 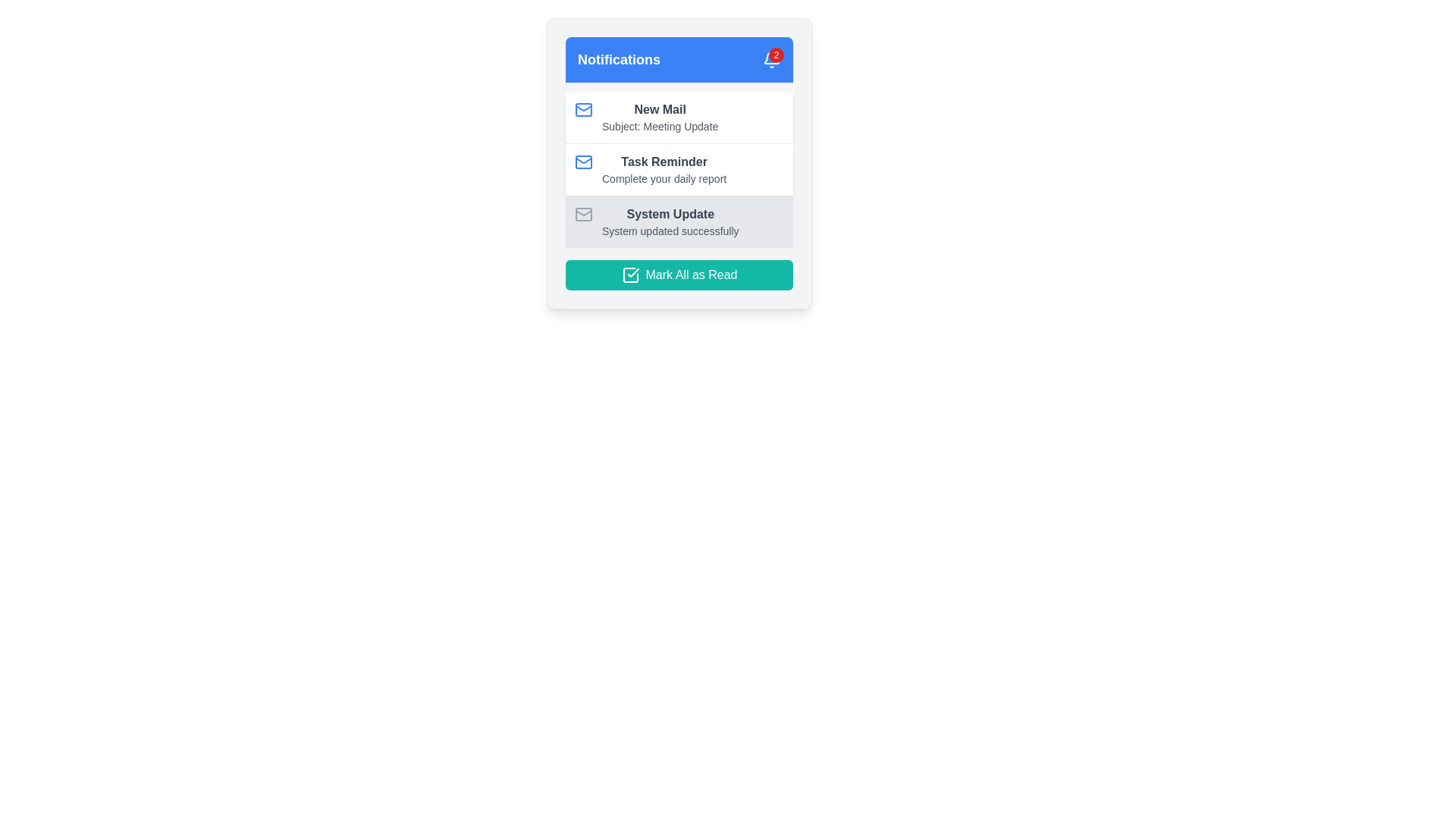 What do you see at coordinates (679, 116) in the screenshot?
I see `the first notification list item which includes a blue envelope icon and the text 'New Mail' followed by 'Subject: Meeting Update'` at bounding box center [679, 116].